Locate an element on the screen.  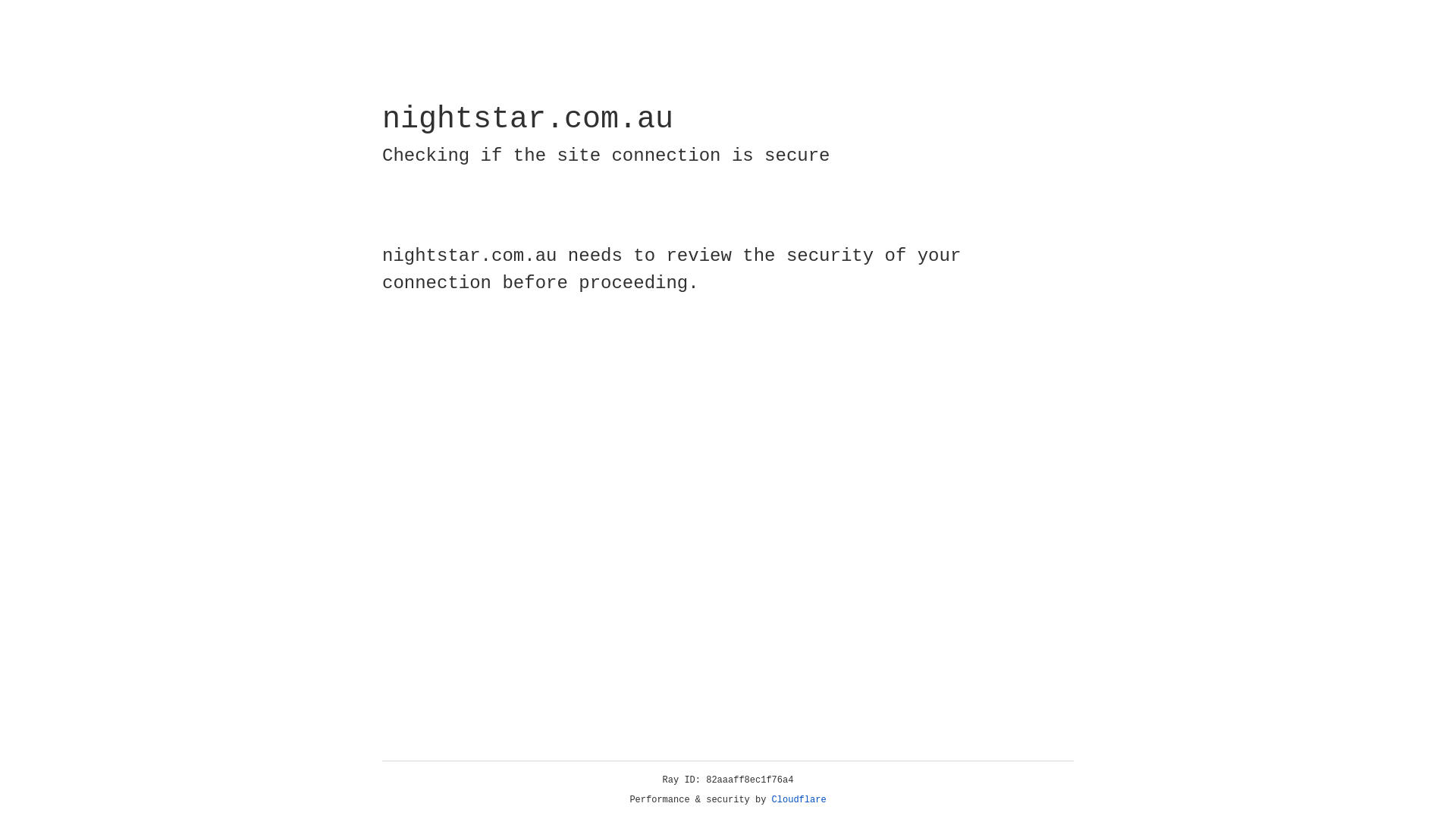
'Cloudflare' is located at coordinates (799, 799).